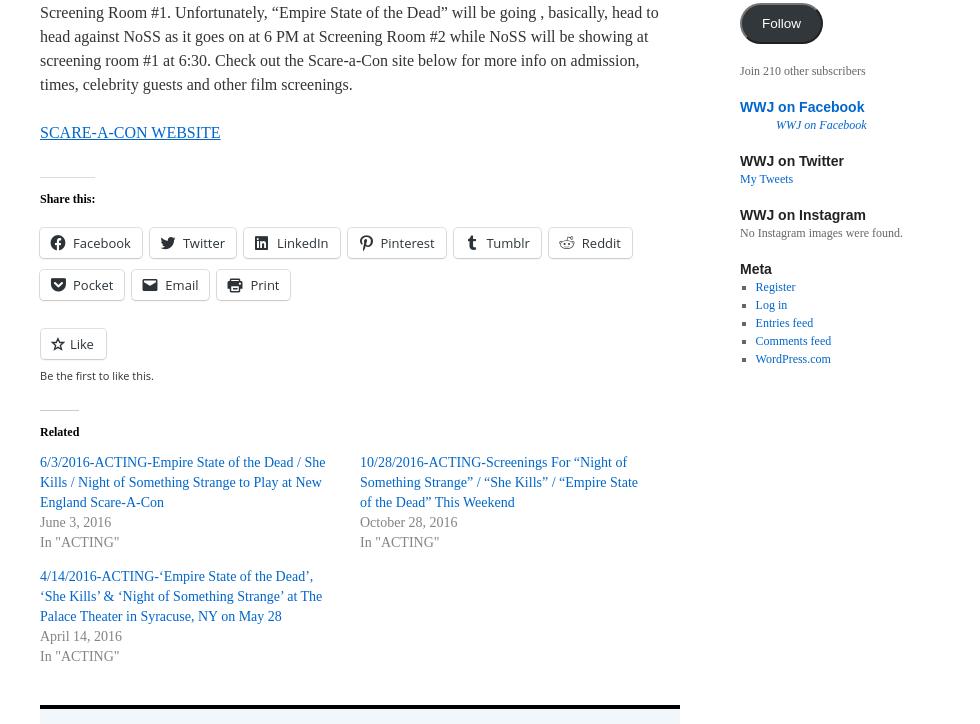 Image resolution: width=980 pixels, height=724 pixels. Describe the element at coordinates (302, 242) in the screenshot. I see `'LinkedIn'` at that location.